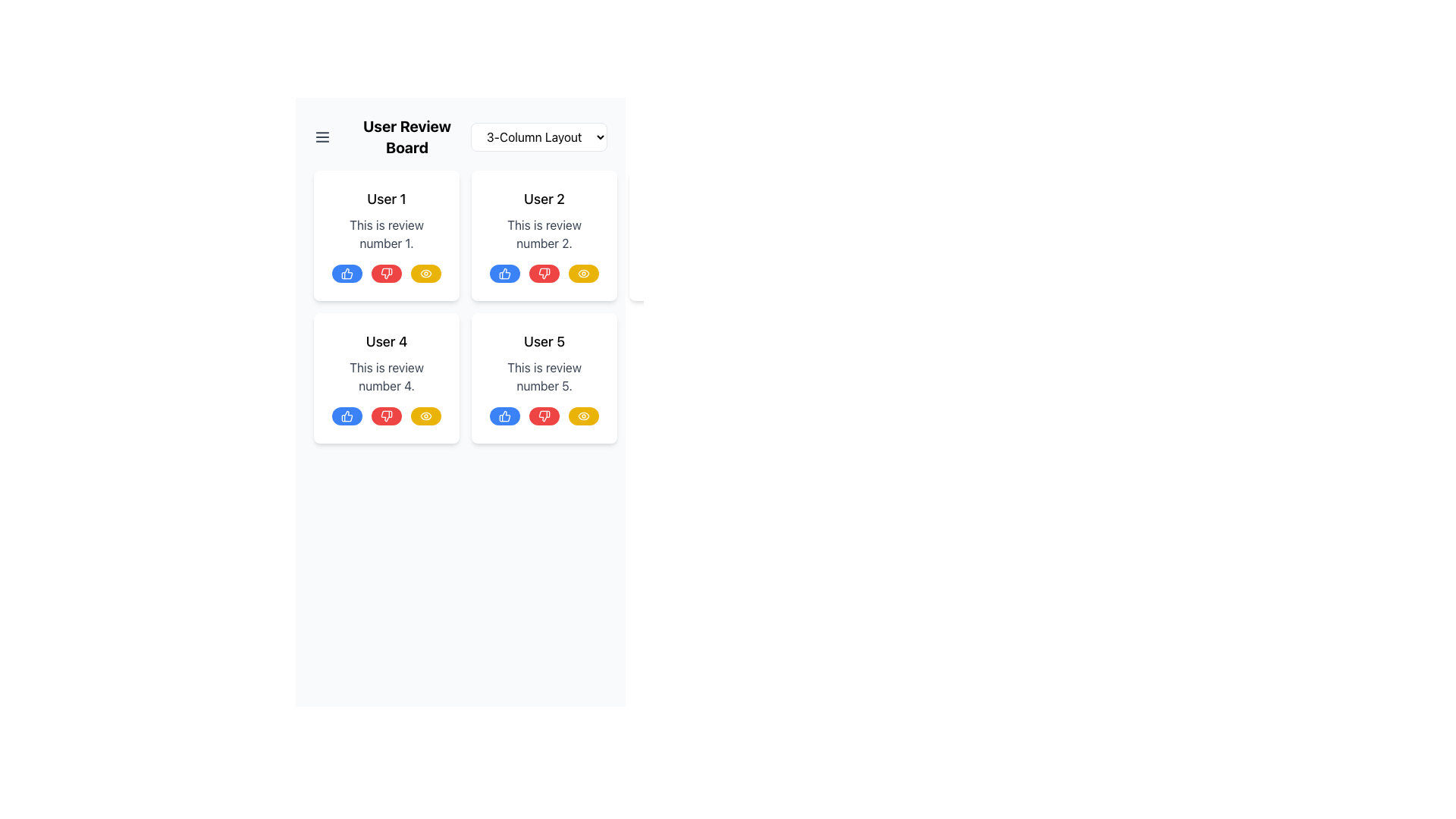 This screenshot has width=1456, height=819. Describe the element at coordinates (544, 198) in the screenshot. I see `the text label displaying 'User 2', which is styled in bold black font against a white background, located in the top part of the second card in the grid layout of user reviews` at that location.